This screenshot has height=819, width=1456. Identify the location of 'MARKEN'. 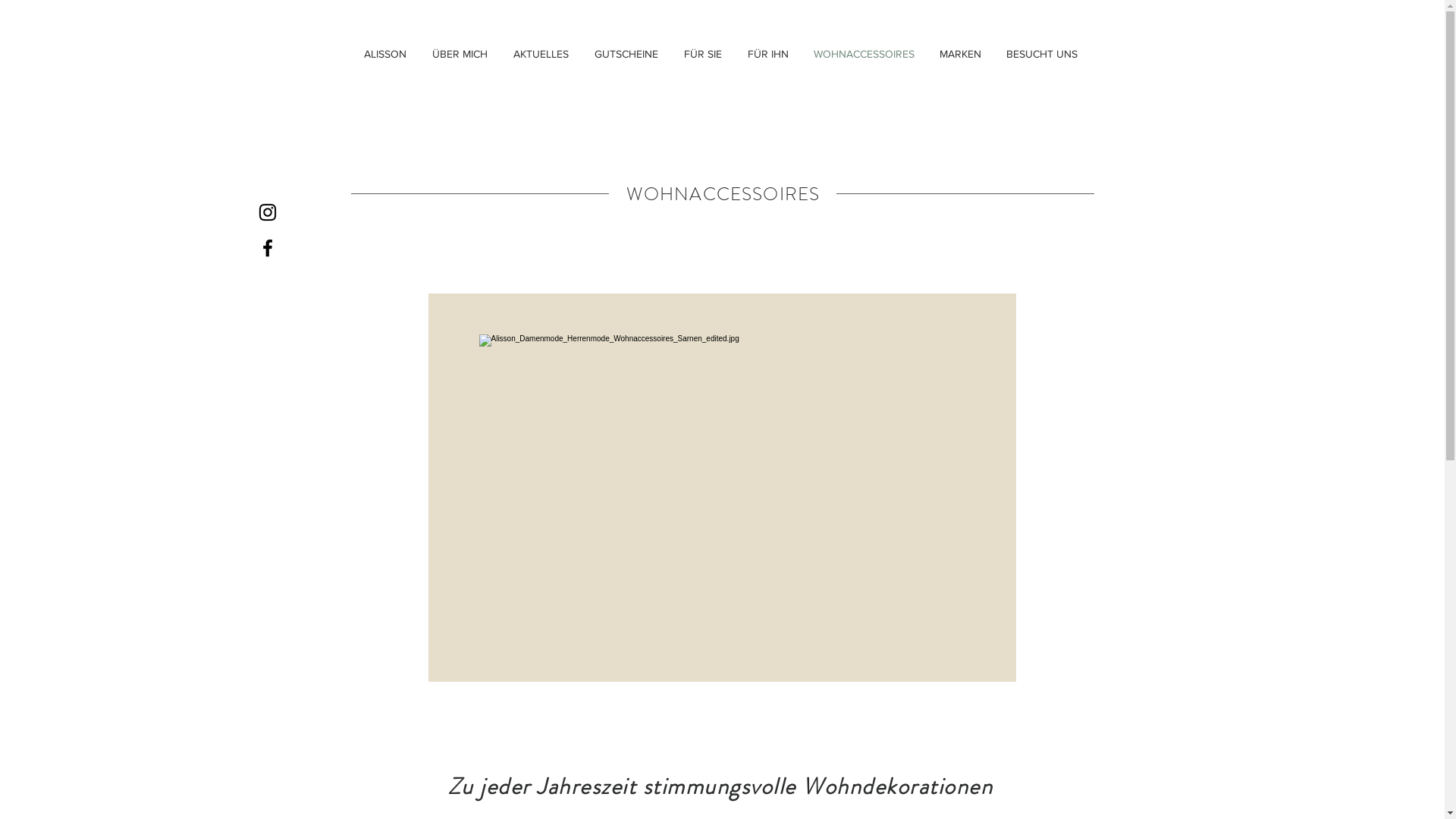
(959, 52).